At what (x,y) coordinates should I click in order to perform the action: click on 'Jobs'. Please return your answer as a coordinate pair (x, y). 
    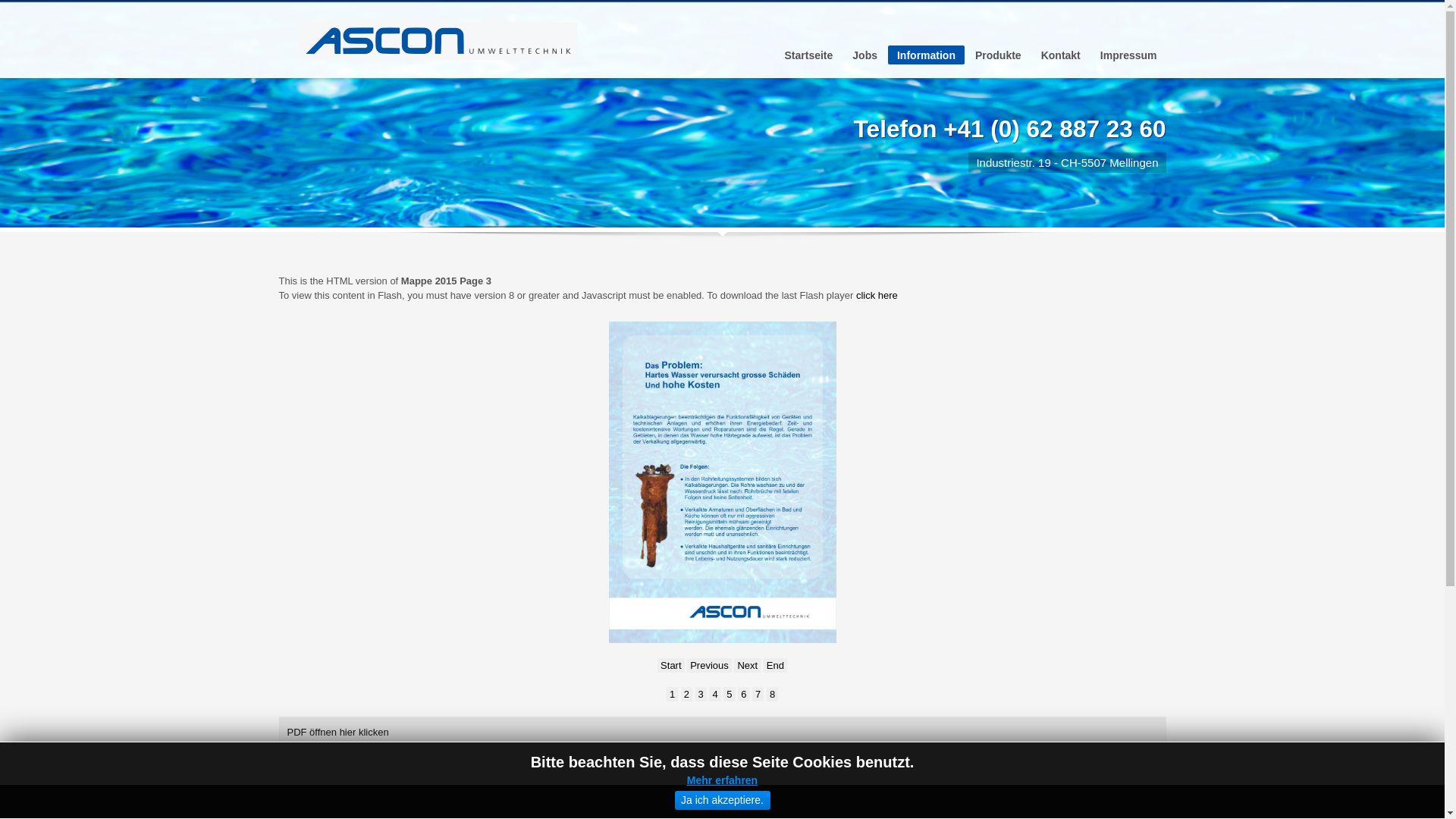
    Looking at the image, I should click on (864, 55).